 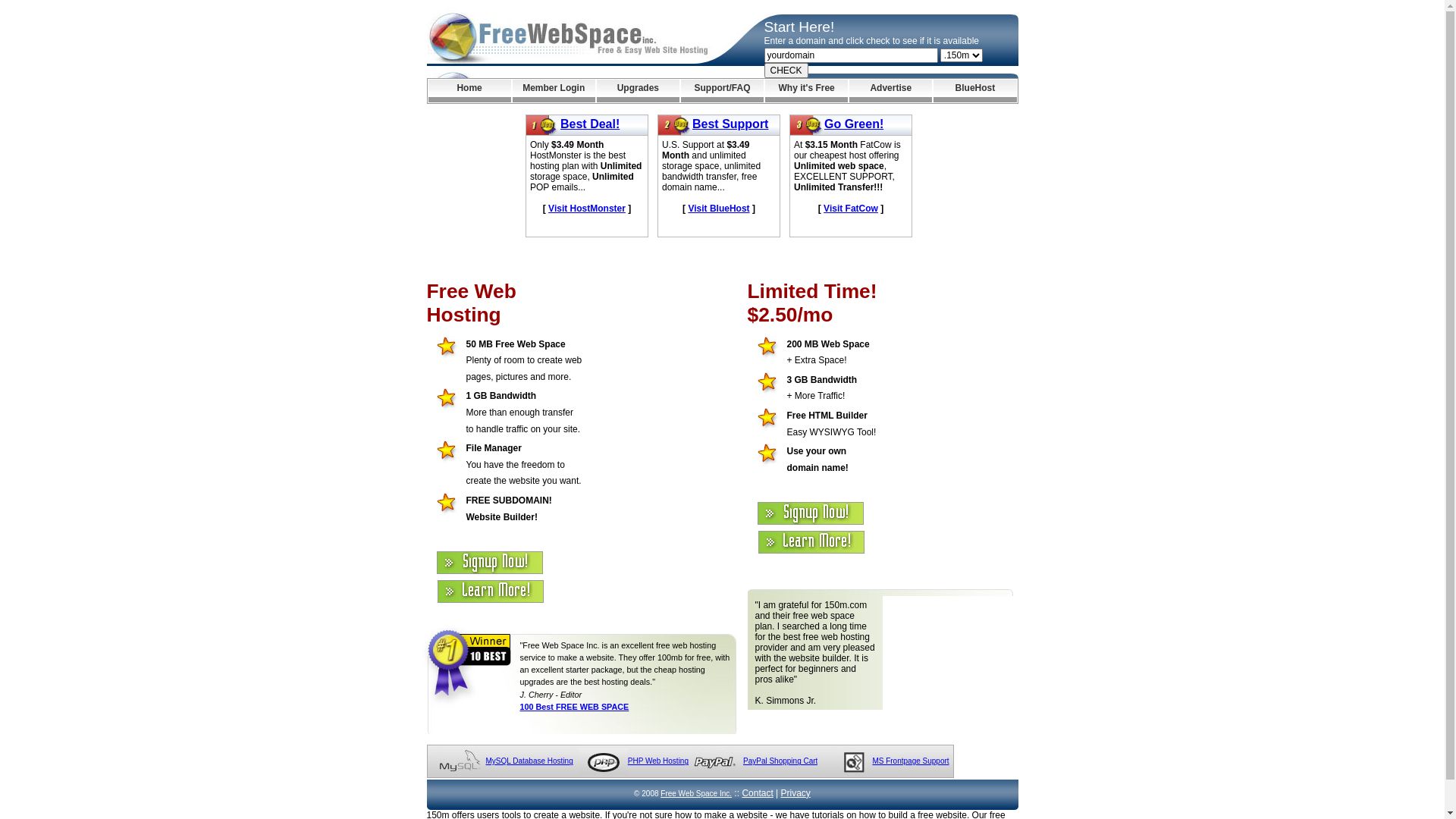 What do you see at coordinates (805, 90) in the screenshot?
I see `'Why it's Free'` at bounding box center [805, 90].